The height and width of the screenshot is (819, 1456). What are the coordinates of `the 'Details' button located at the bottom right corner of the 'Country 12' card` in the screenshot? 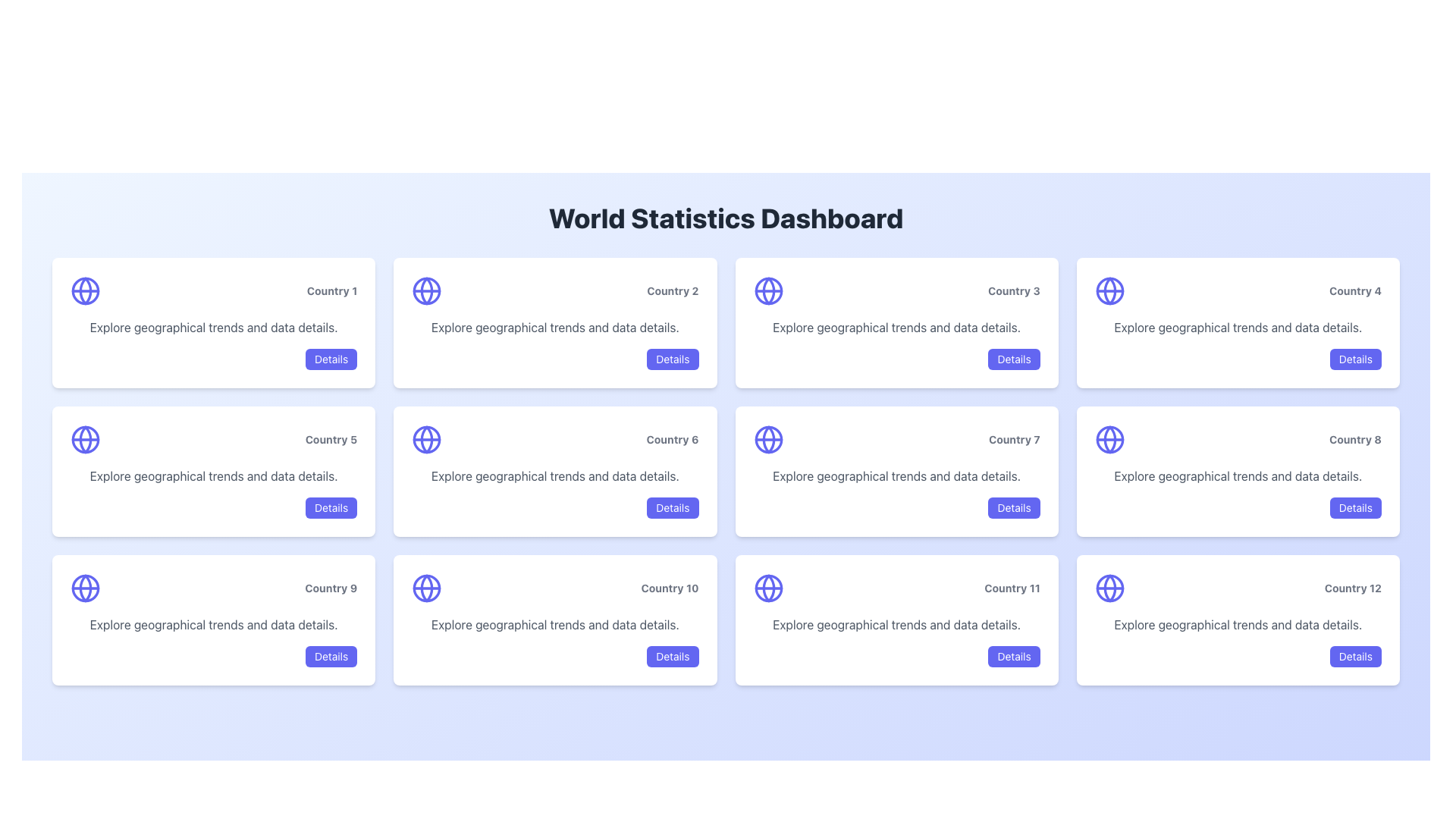 It's located at (1355, 656).